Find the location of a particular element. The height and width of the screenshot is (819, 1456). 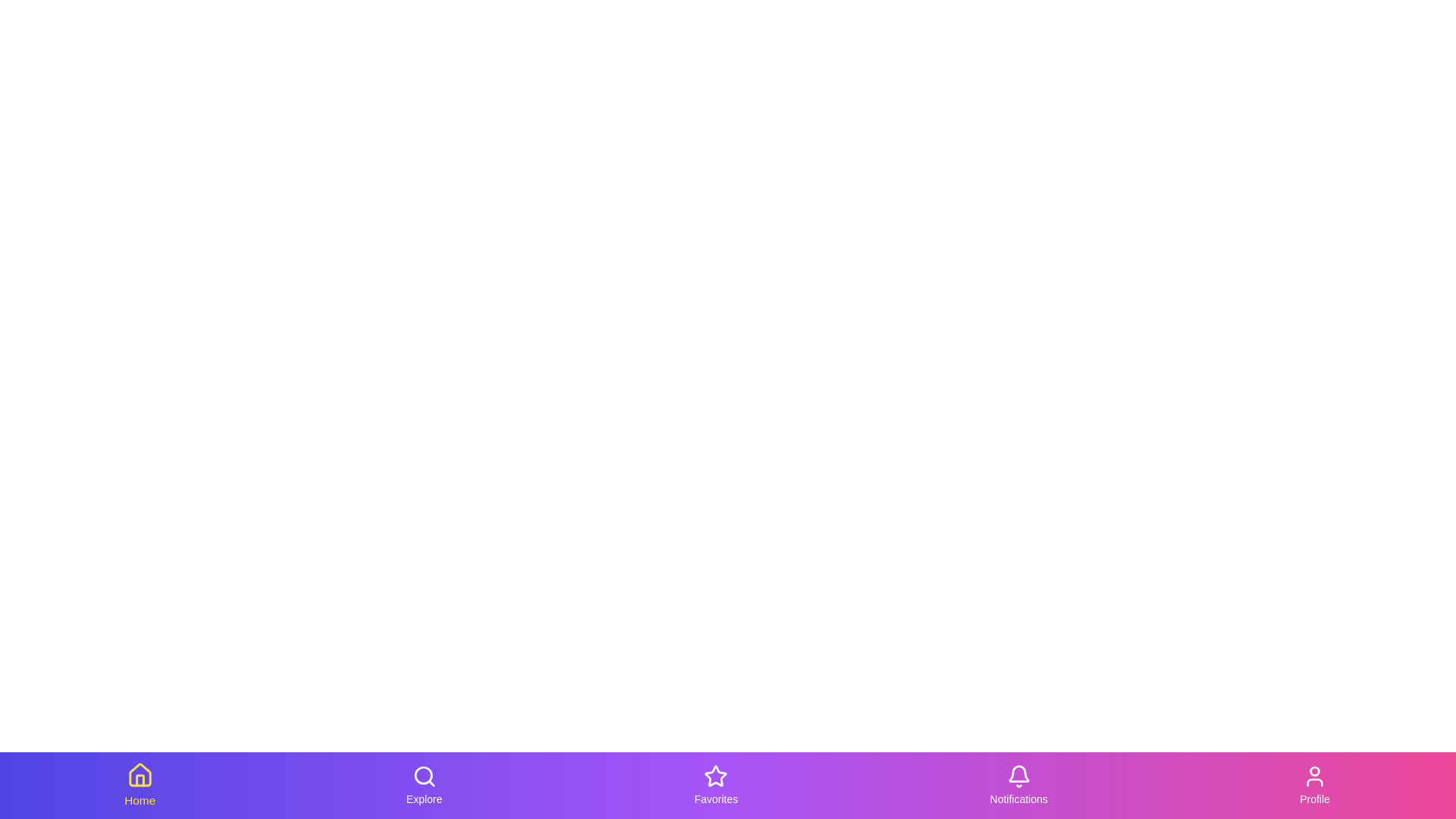

the navigation tab labeled Notifications is located at coordinates (1018, 785).